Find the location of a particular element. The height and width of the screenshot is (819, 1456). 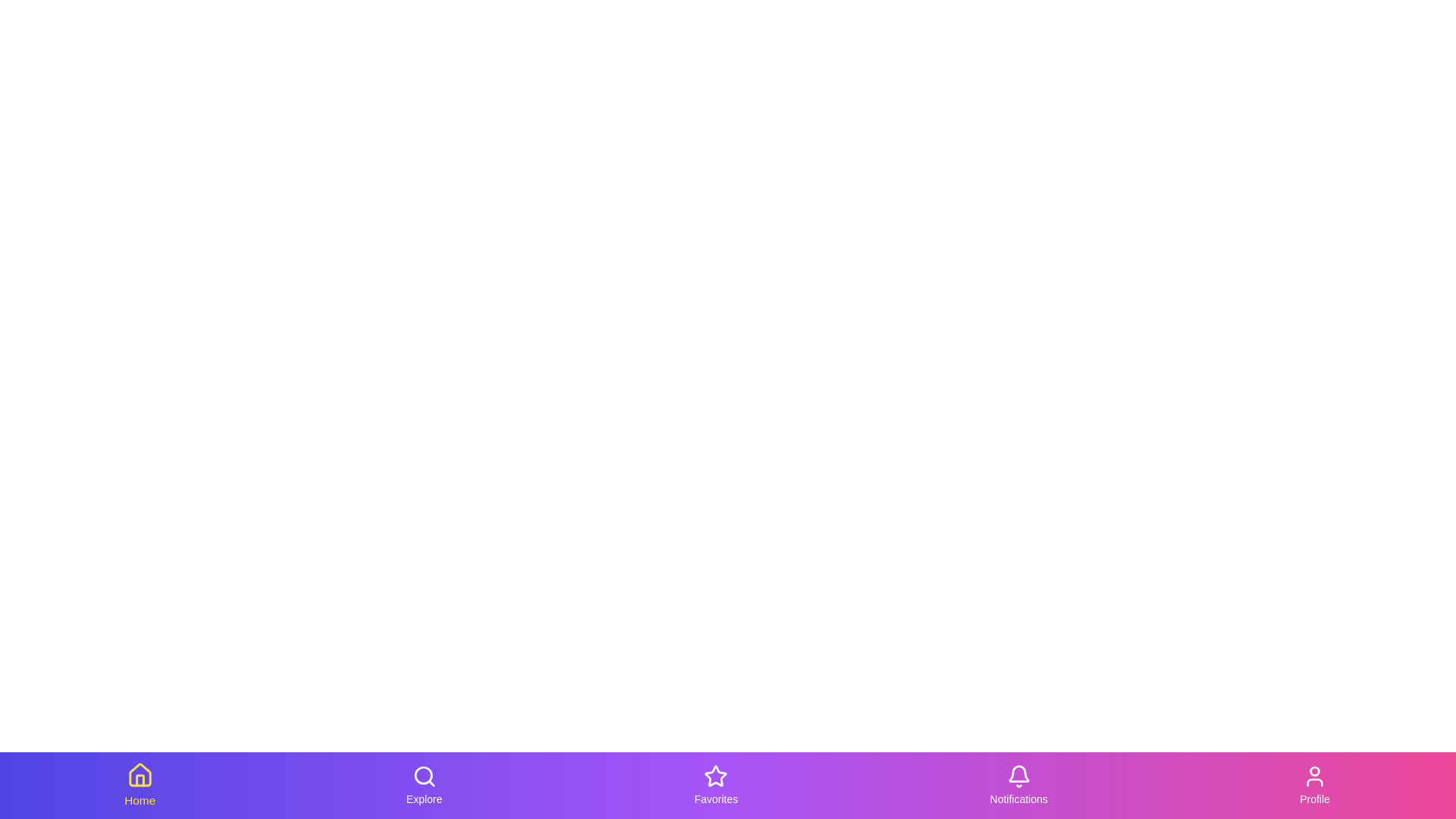

the navigation tab labeled Notifications is located at coordinates (1018, 785).